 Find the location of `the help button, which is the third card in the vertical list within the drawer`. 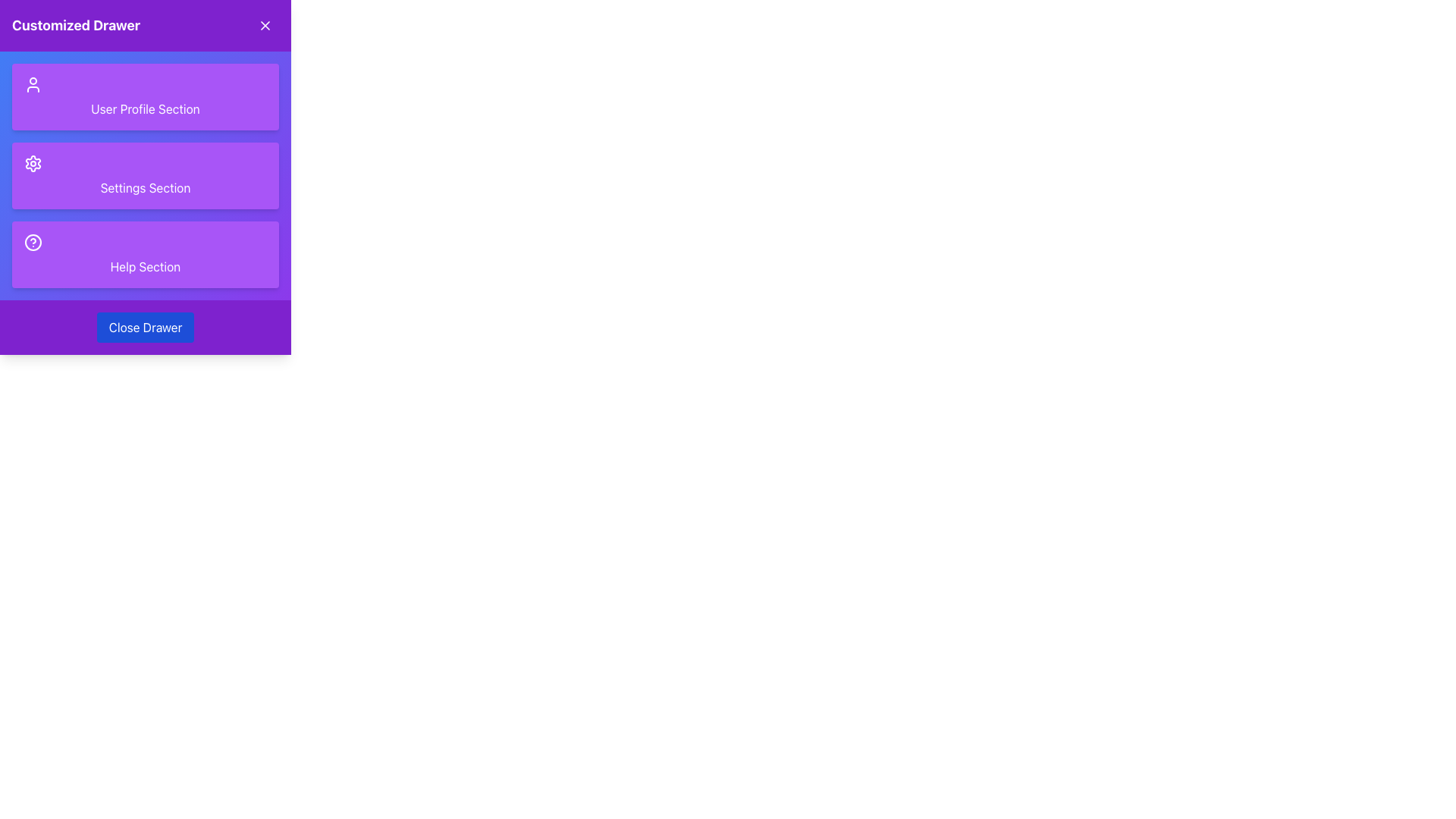

the help button, which is the third card in the vertical list within the drawer is located at coordinates (146, 253).